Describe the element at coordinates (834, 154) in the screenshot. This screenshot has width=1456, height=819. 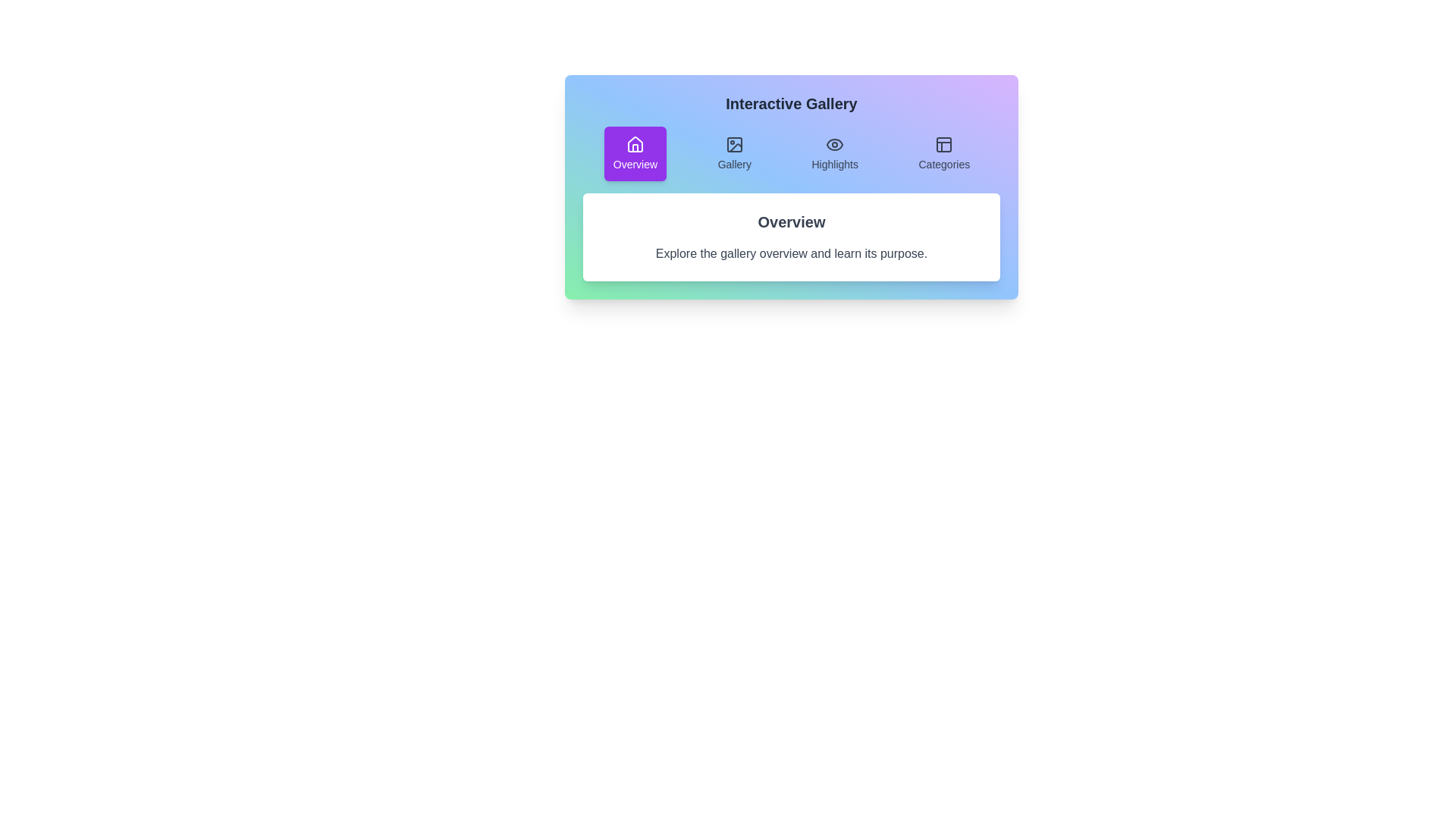
I see `the Highlights tab by clicking on it` at that location.